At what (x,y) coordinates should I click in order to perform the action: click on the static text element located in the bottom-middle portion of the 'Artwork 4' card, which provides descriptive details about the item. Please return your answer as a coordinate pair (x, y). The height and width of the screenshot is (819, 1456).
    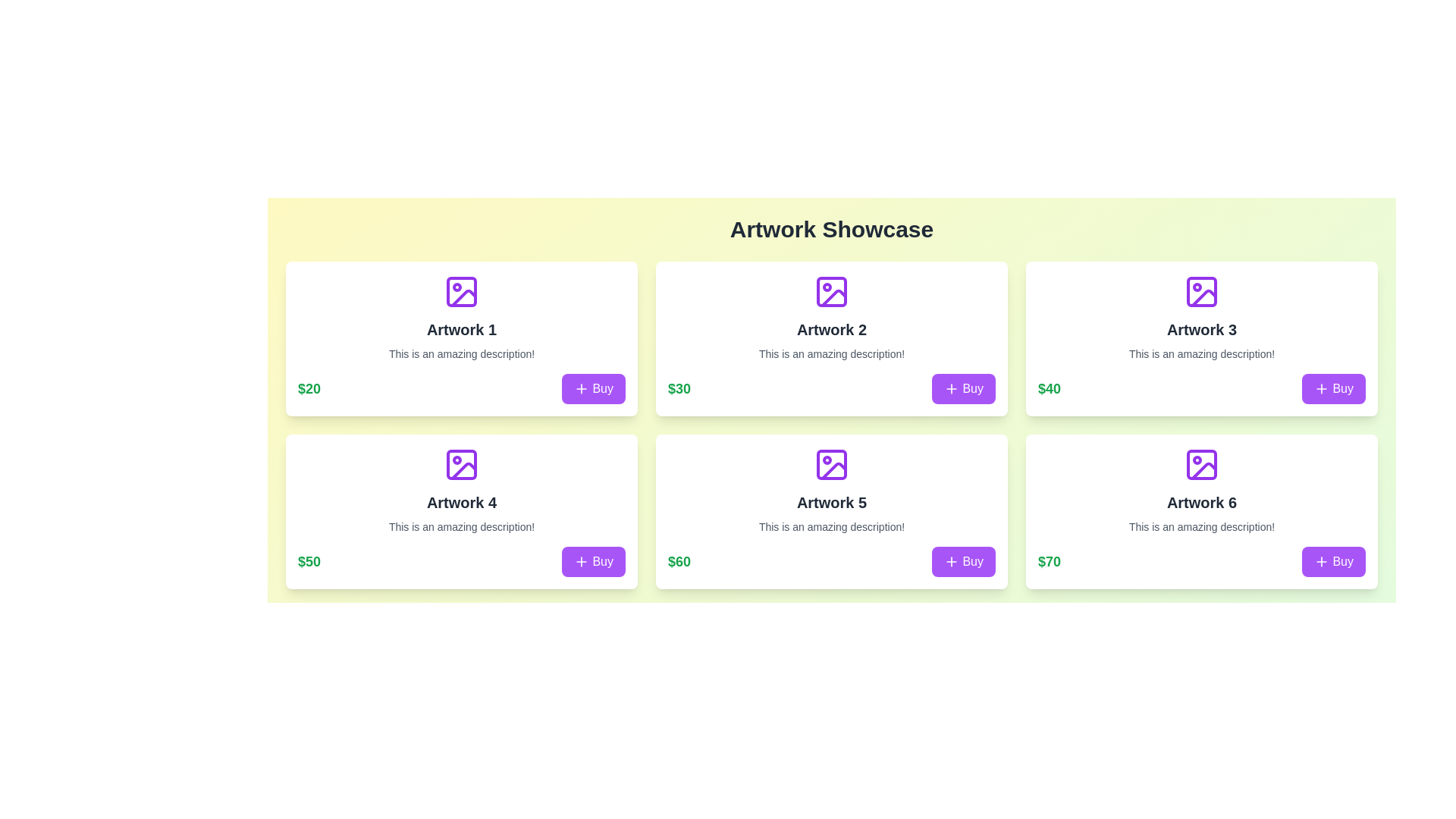
    Looking at the image, I should click on (461, 526).